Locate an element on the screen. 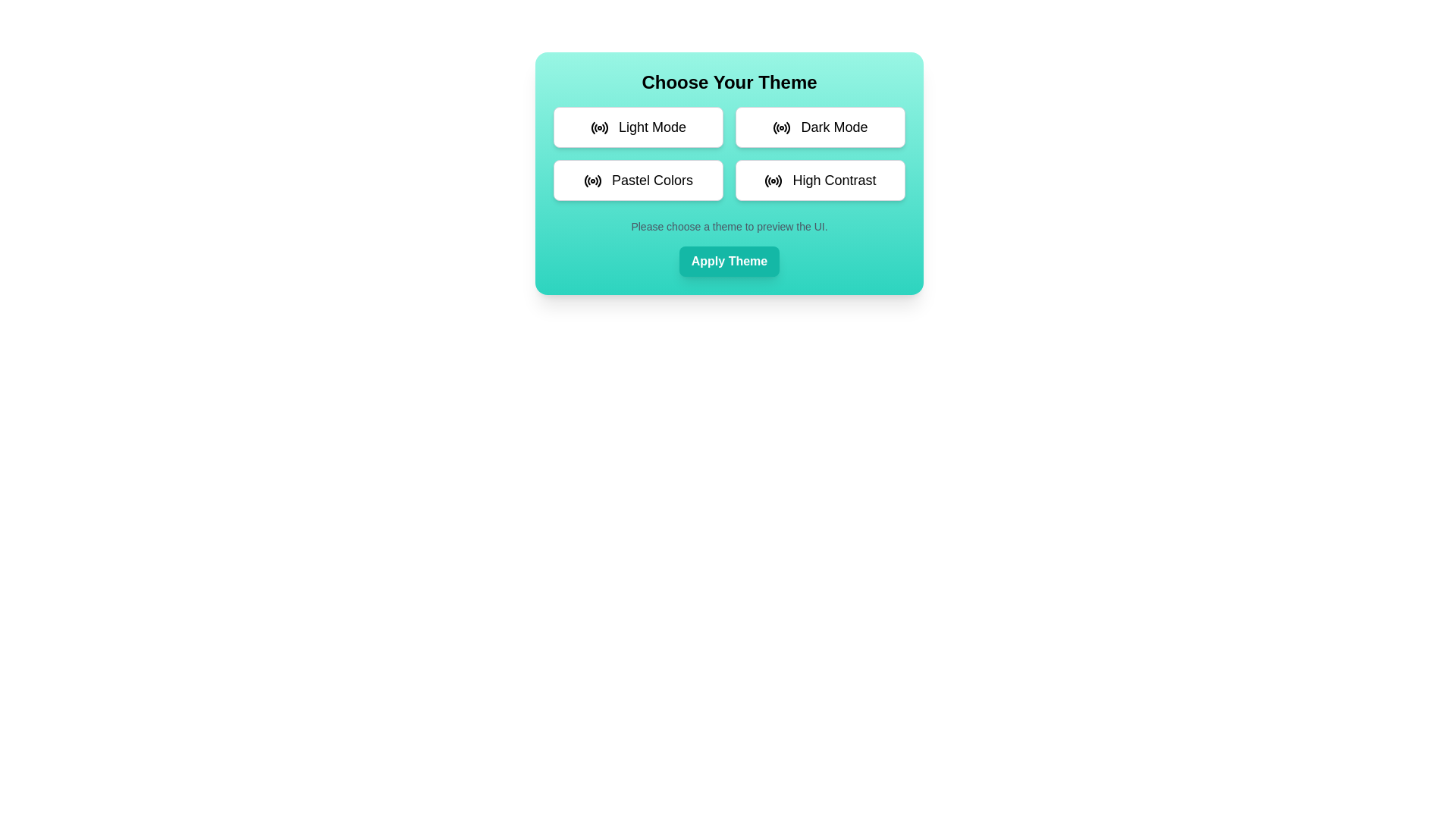  the 'Dark Mode' button located at the top right of the options grid to navigate via keyboard is located at coordinates (819, 127).